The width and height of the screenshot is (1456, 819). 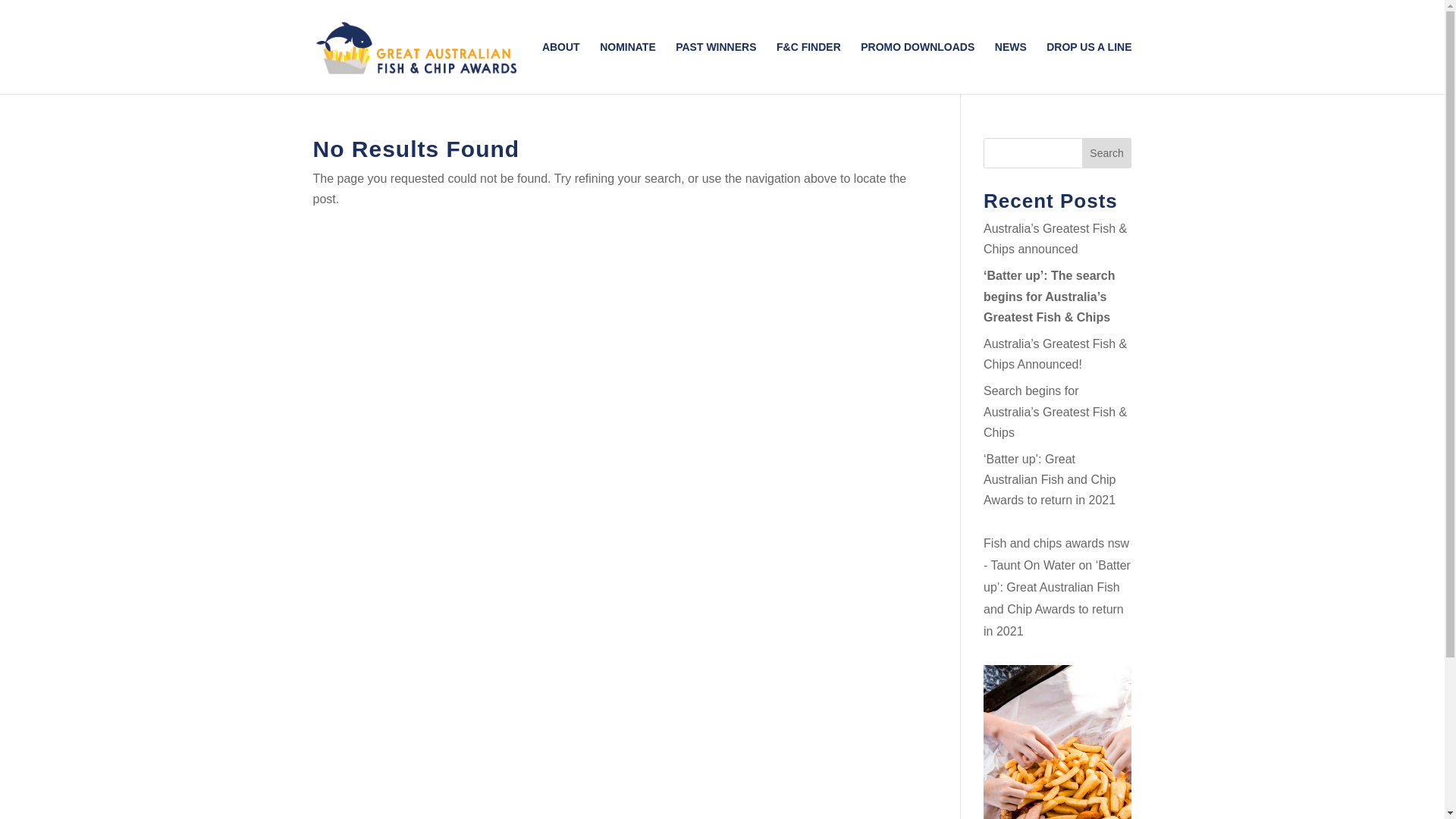 What do you see at coordinates (1055, 554) in the screenshot?
I see `'Fish and chips awards nsw - Taunt On Water'` at bounding box center [1055, 554].